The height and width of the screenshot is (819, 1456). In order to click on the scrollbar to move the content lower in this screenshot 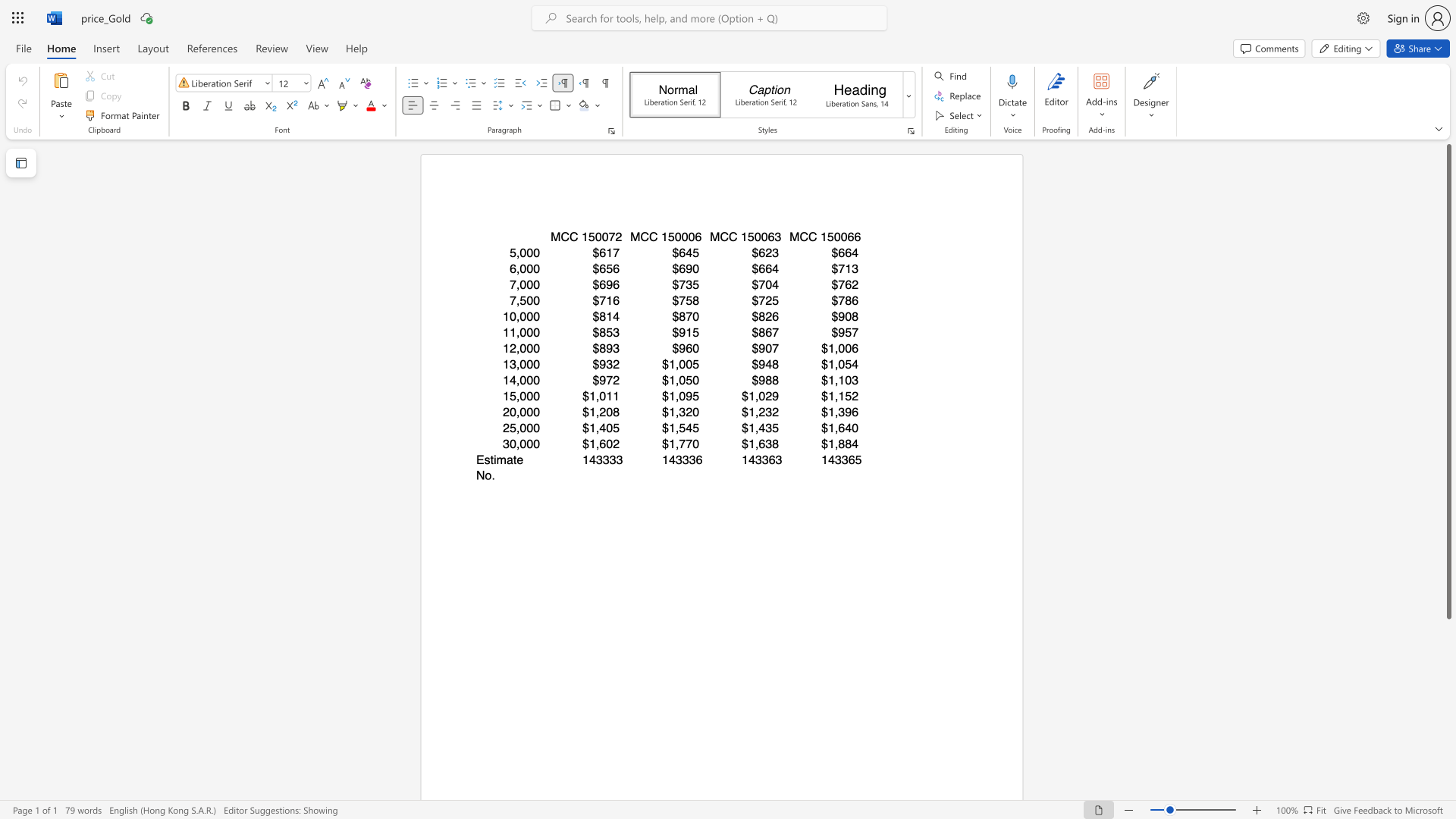, I will do `click(1448, 666)`.